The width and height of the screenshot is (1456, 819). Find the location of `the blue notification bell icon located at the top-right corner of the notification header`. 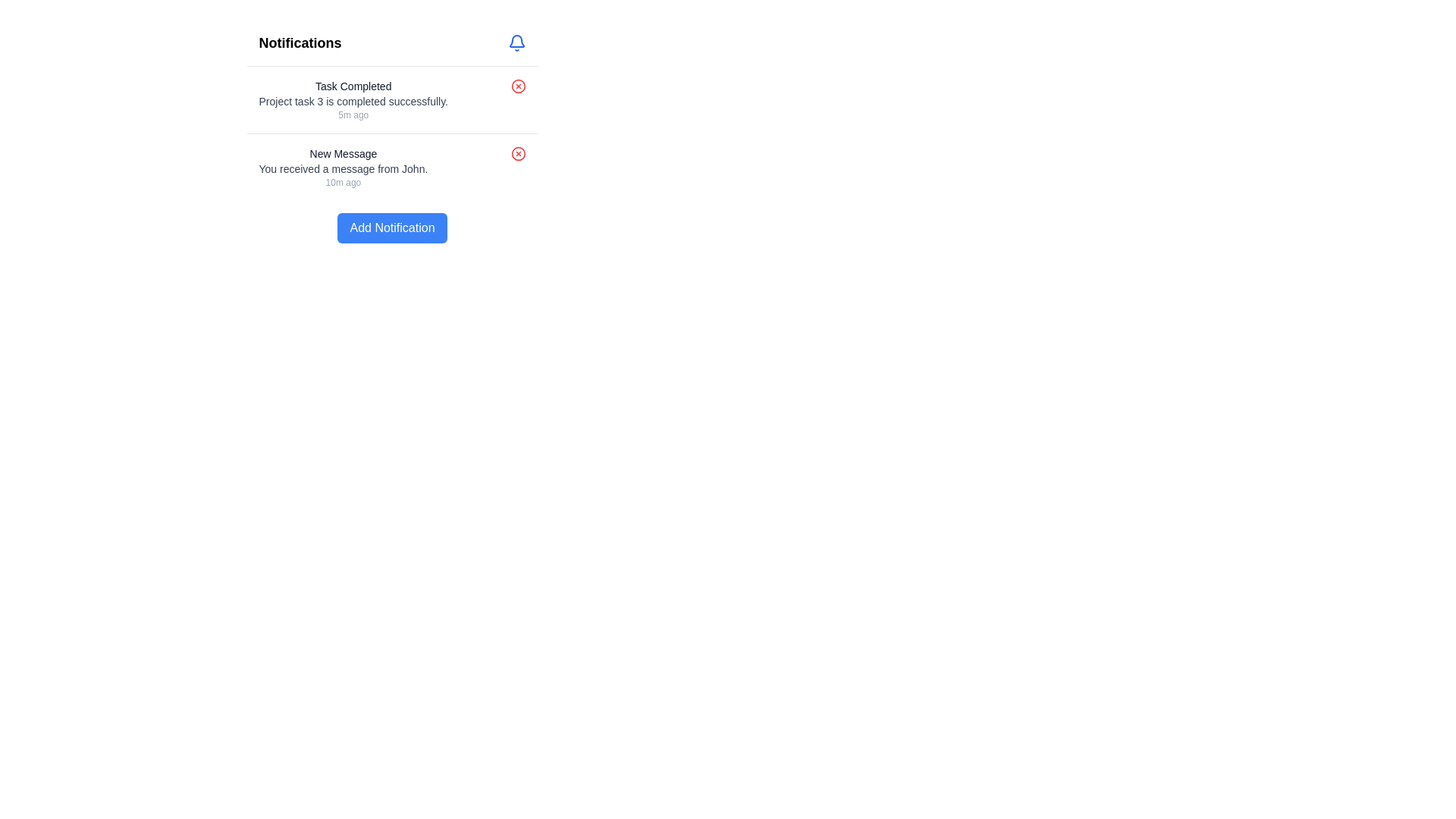

the blue notification bell icon located at the top-right corner of the notification header is located at coordinates (516, 42).